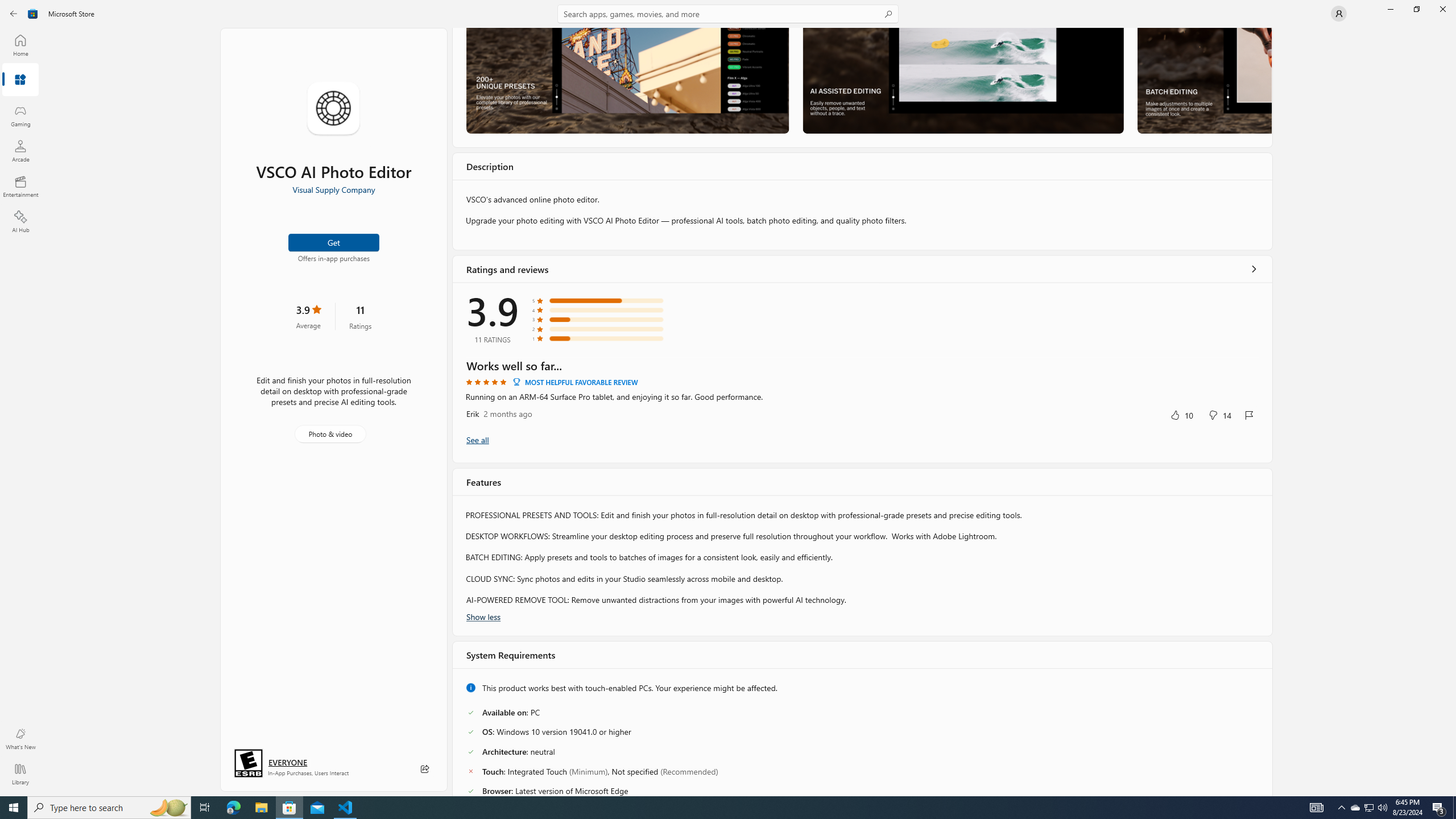 This screenshot has width=1456, height=819. What do you see at coordinates (962, 80) in the screenshot?
I see `'Screenshot 2'` at bounding box center [962, 80].